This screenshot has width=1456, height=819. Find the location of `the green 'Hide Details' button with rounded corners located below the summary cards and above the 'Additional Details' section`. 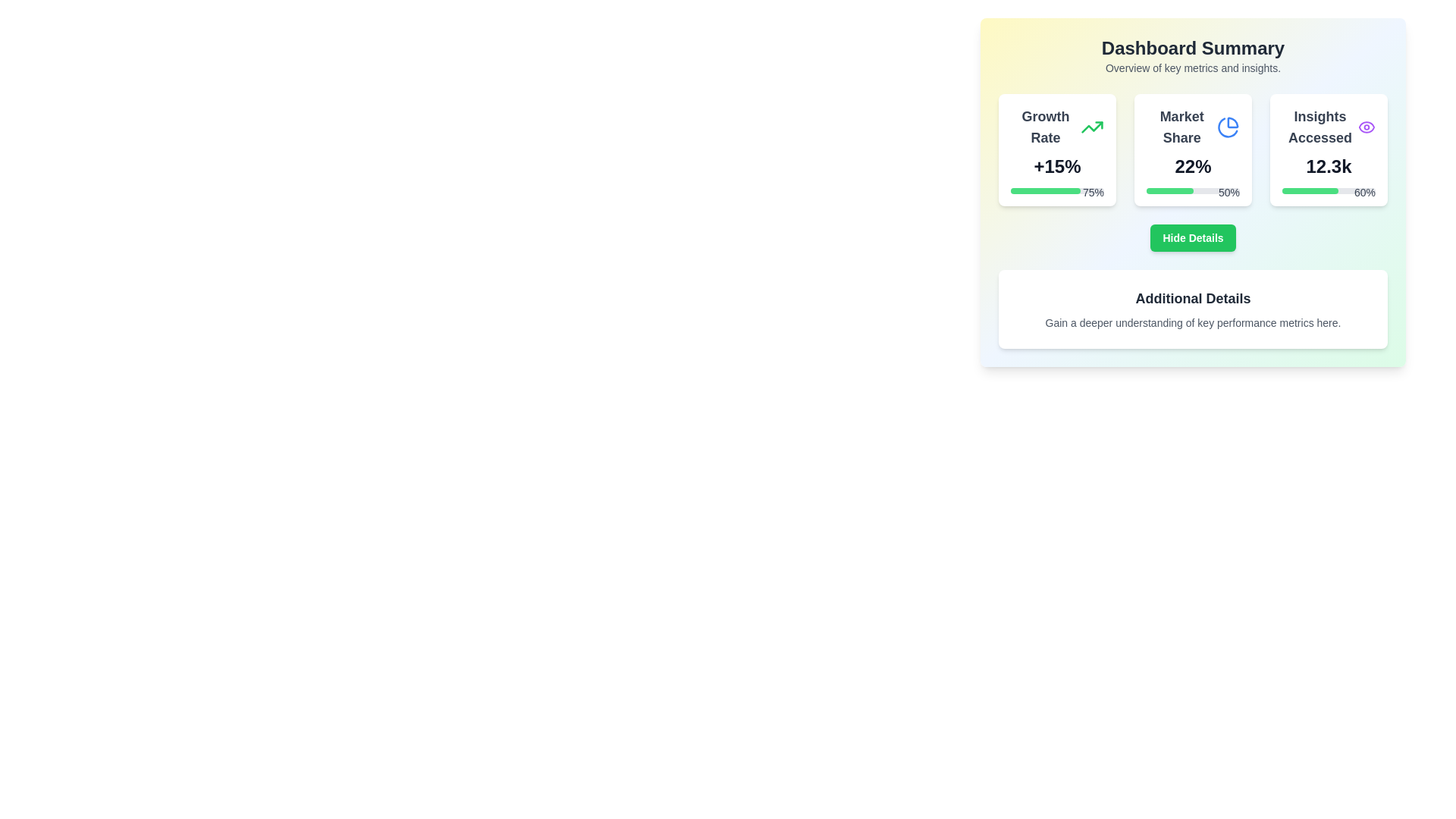

the green 'Hide Details' button with rounded corners located below the summary cards and above the 'Additional Details' section is located at coordinates (1192, 237).